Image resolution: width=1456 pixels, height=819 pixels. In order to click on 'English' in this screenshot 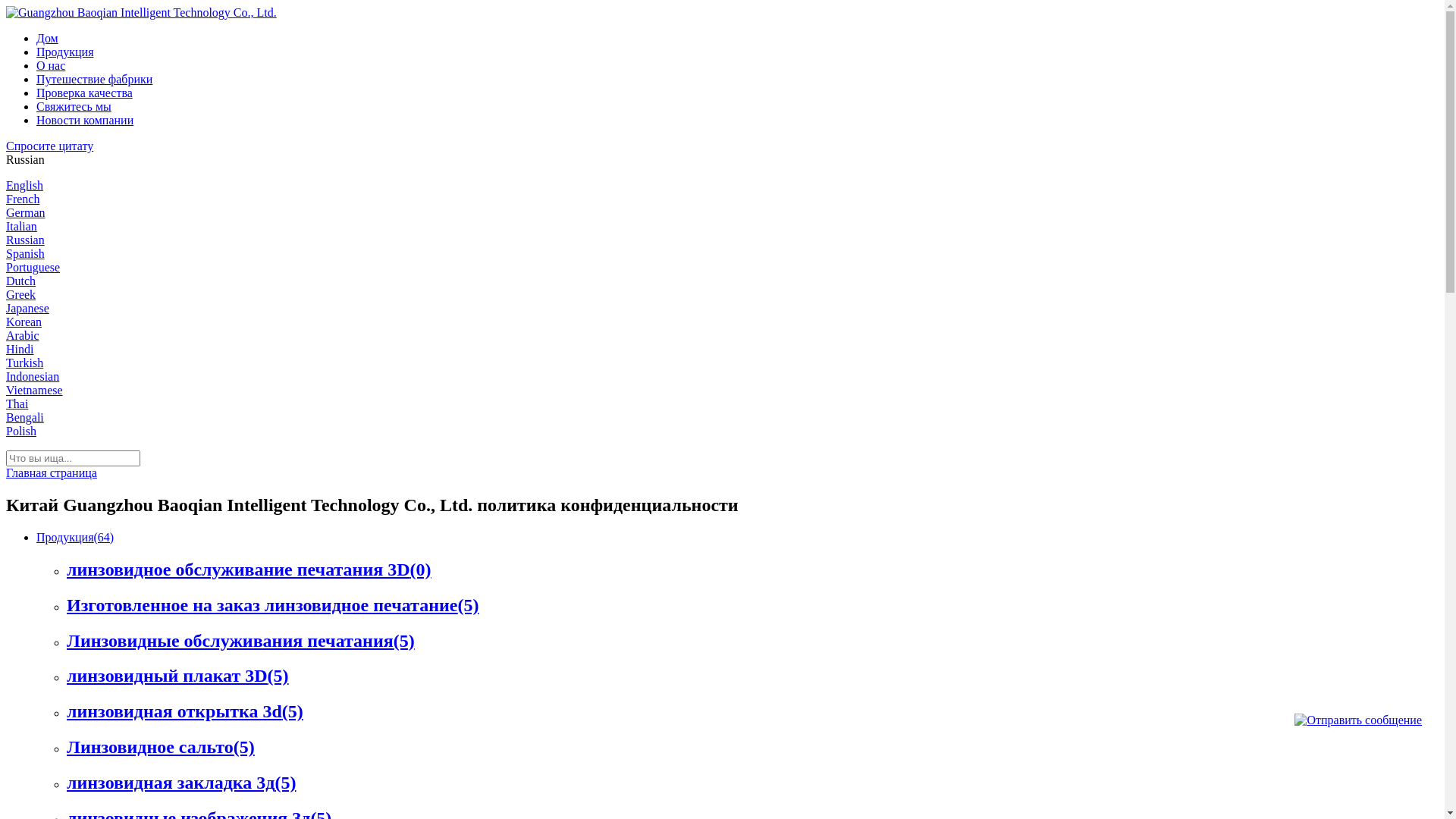, I will do `click(6, 184)`.